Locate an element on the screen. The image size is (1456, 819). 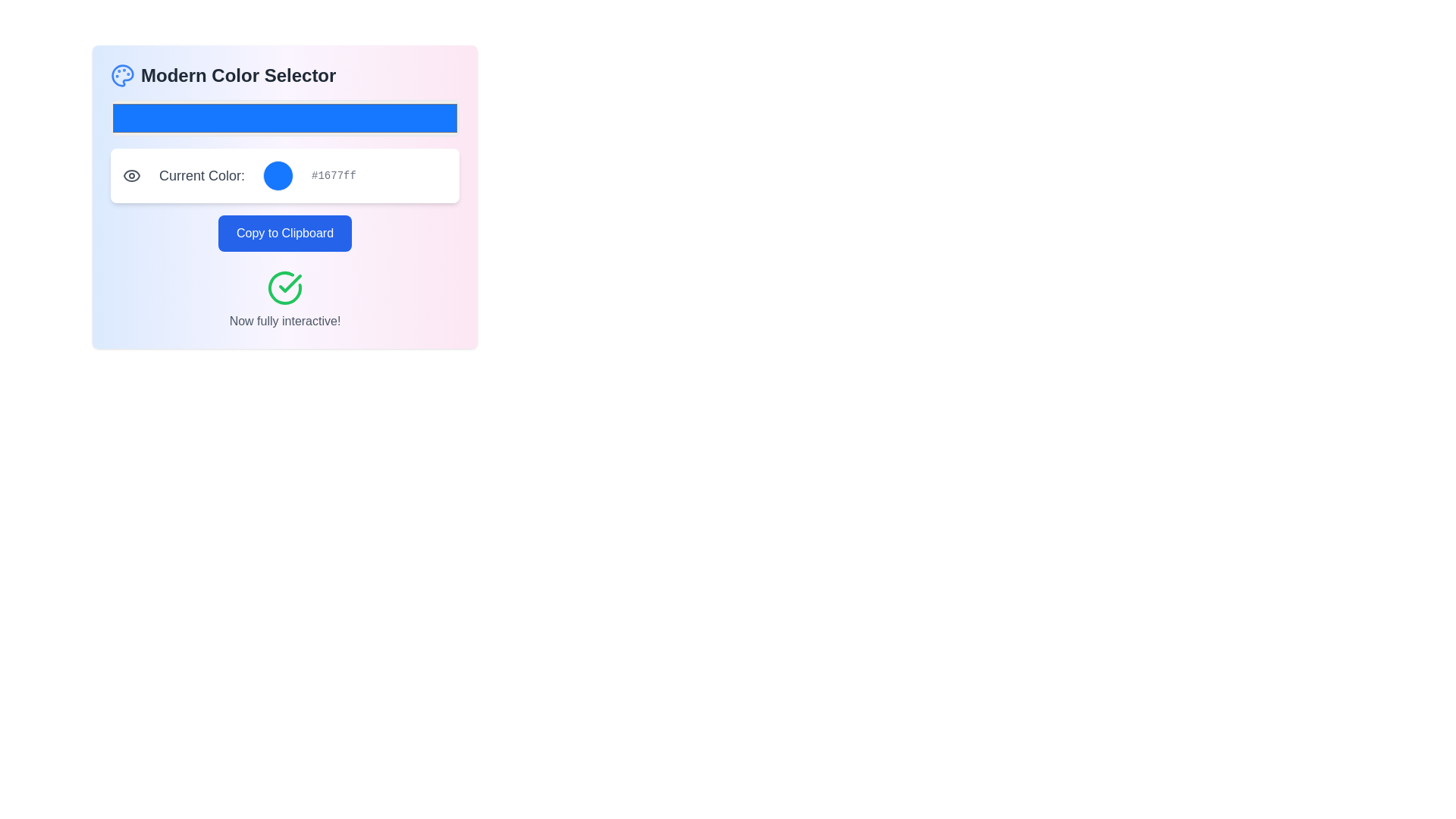
the centrally positioned button that allows users to copy the color code, changing its background color as a visual feedback upon mouse over is located at coordinates (284, 234).